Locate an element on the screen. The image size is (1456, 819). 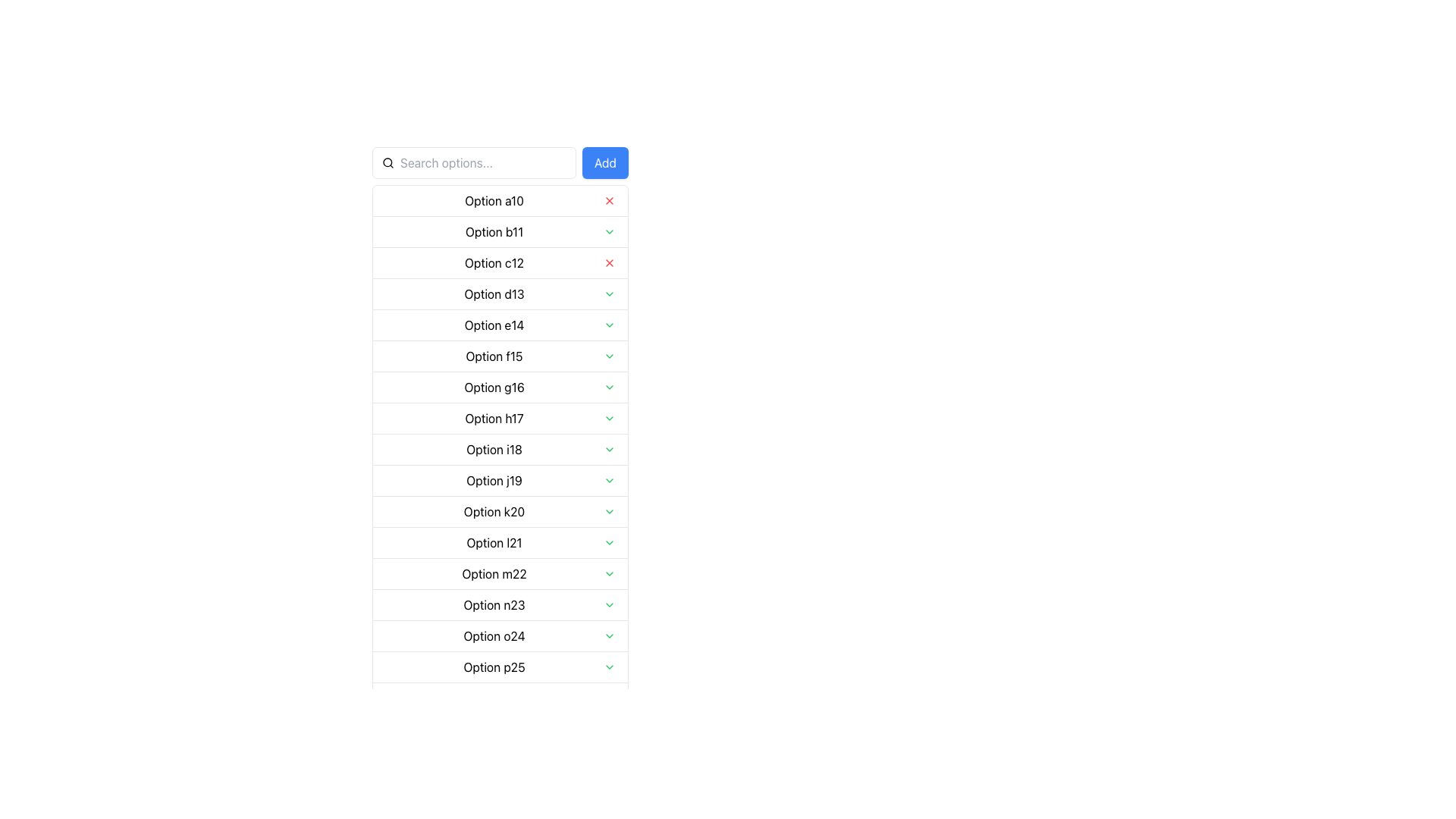
the List Item displaying 'Option p25' with a green chevron icon, which is the 16th row in the vertical list of options is located at coordinates (500, 666).